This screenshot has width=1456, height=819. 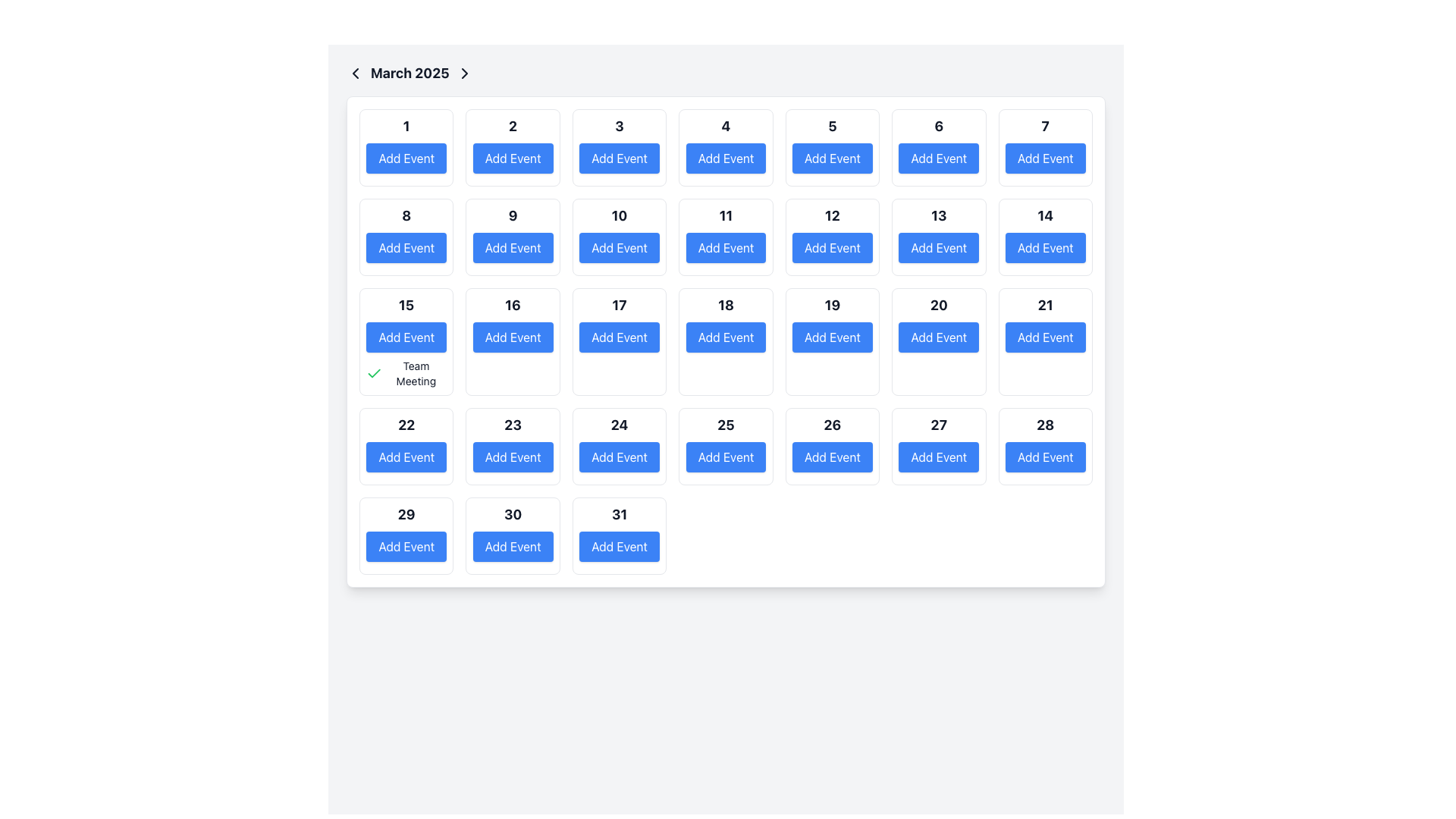 What do you see at coordinates (1044, 247) in the screenshot?
I see `the 'Add Event' button, which is a vibrant blue rectangular button with rounded corners located in the second row of the calendar grid, associated with the date '14'` at bounding box center [1044, 247].